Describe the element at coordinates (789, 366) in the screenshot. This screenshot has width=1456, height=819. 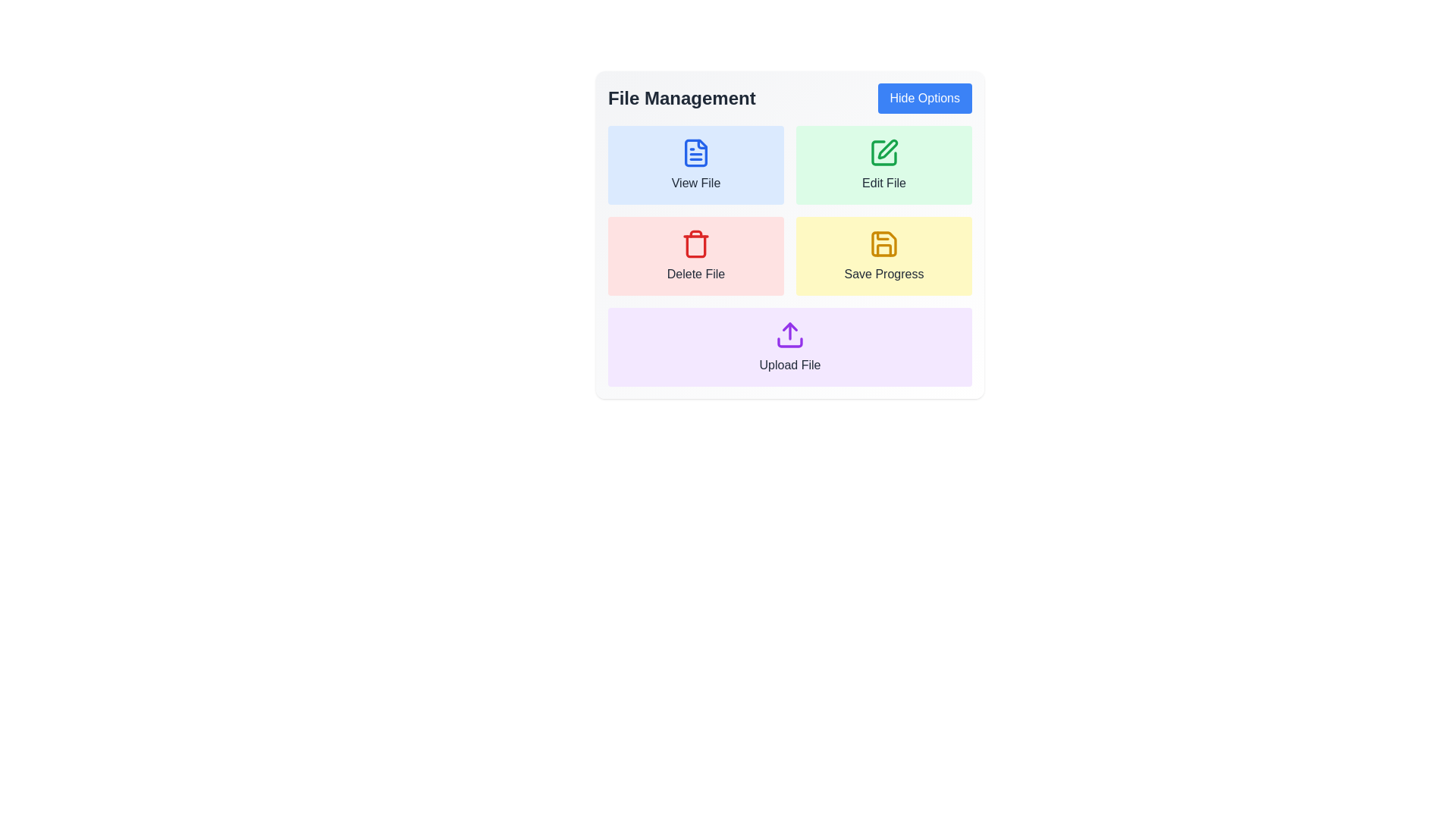
I see `the text label indicating the function of the card for uploading a file, located beneath the upload icon within the 'File Management' panel` at that location.